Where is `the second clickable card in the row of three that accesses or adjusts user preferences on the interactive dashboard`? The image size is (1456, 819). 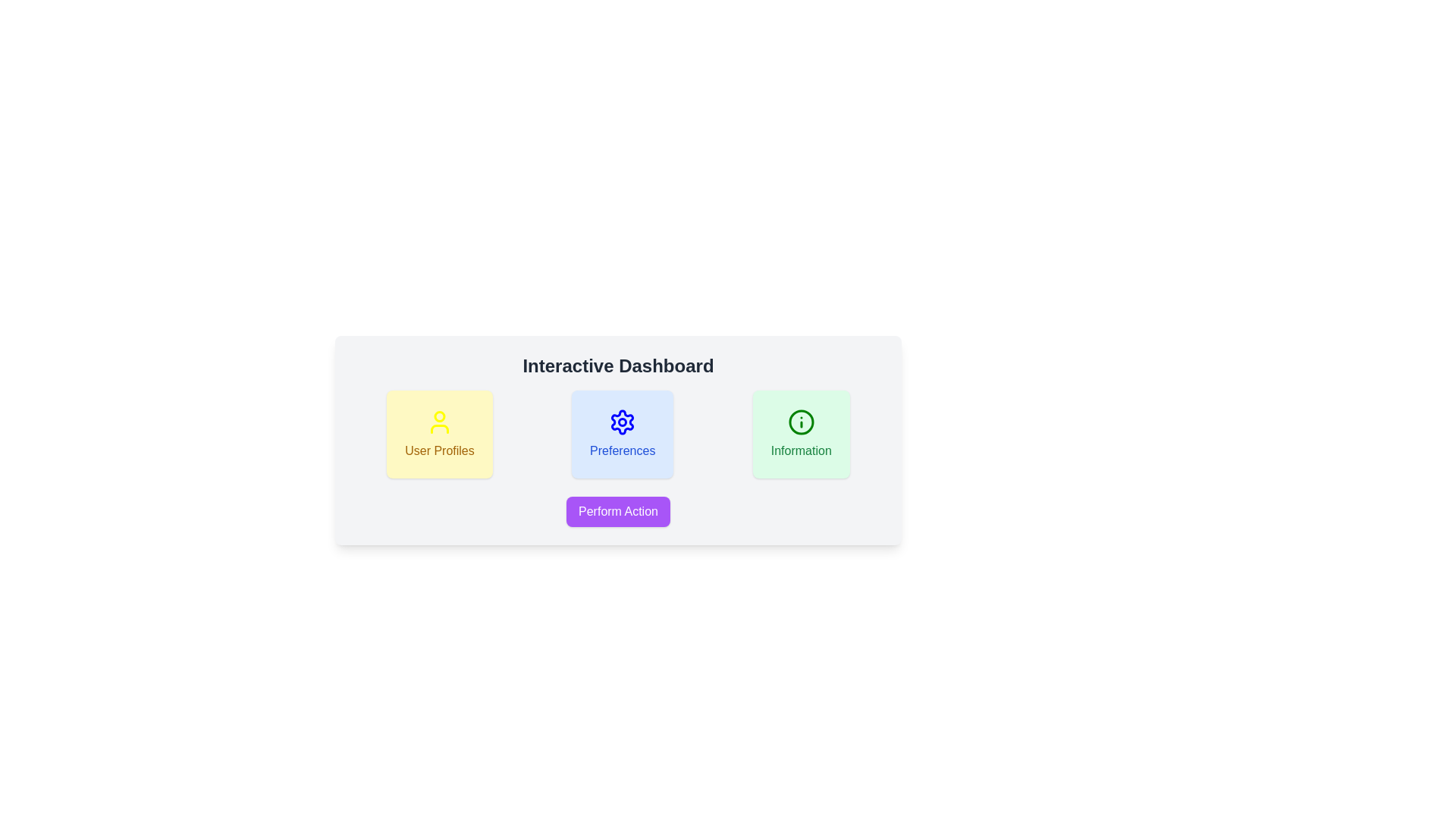 the second clickable card in the row of three that accesses or adjusts user preferences on the interactive dashboard is located at coordinates (623, 435).